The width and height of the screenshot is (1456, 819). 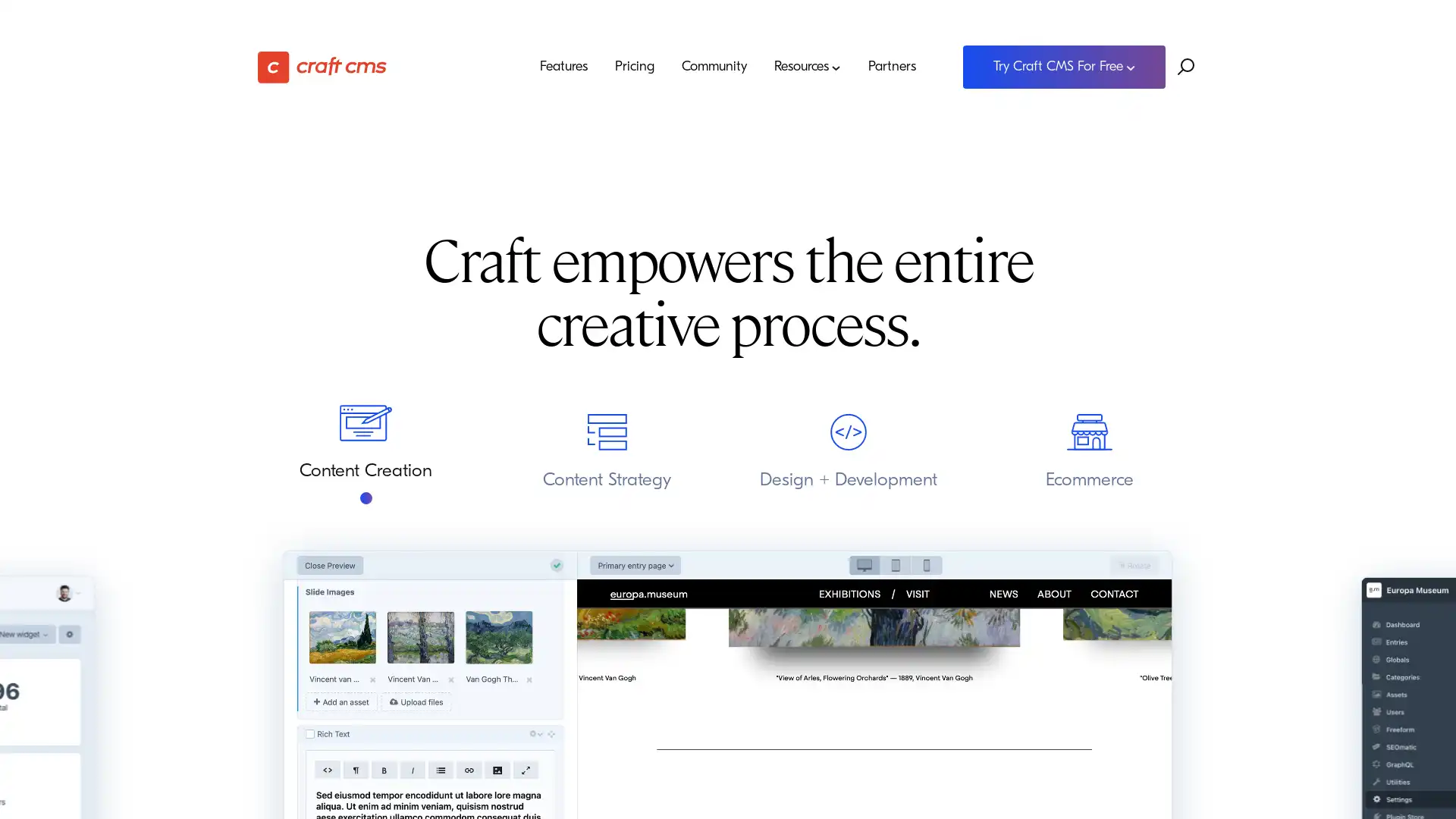 What do you see at coordinates (1185, 66) in the screenshot?
I see `Search website` at bounding box center [1185, 66].